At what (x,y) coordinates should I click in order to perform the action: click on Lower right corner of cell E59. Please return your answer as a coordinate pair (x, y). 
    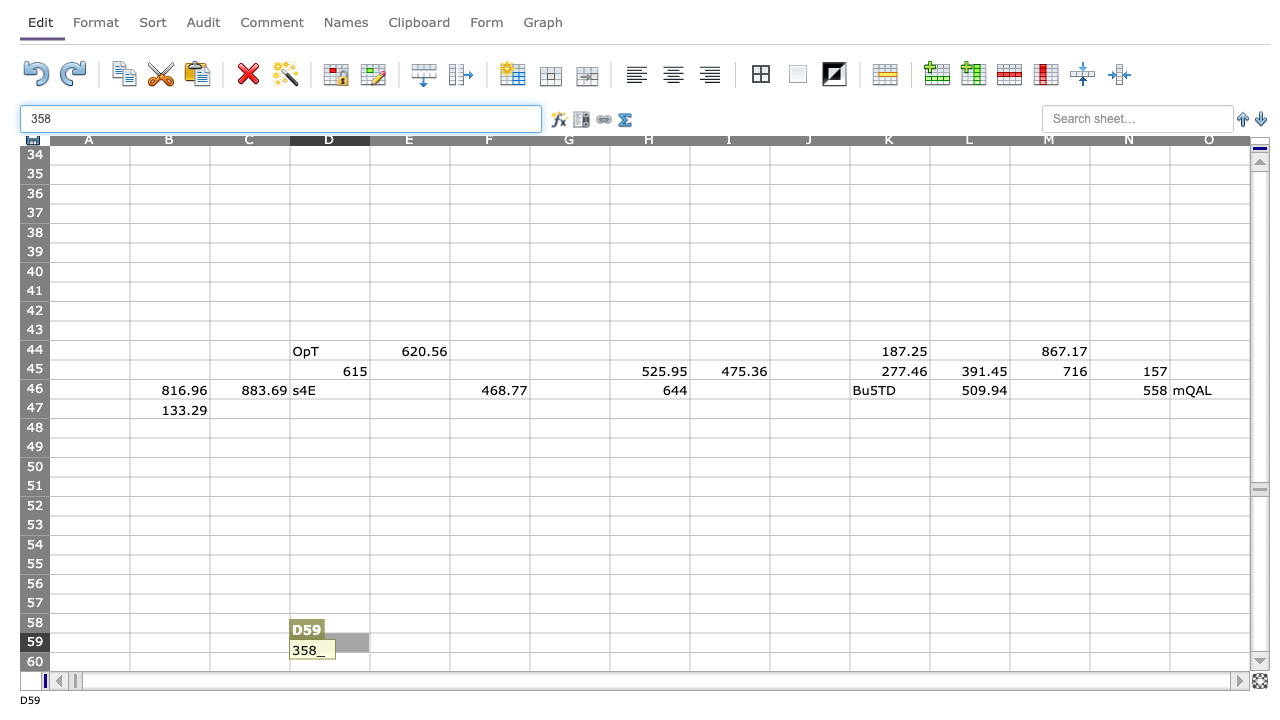
    Looking at the image, I should click on (449, 652).